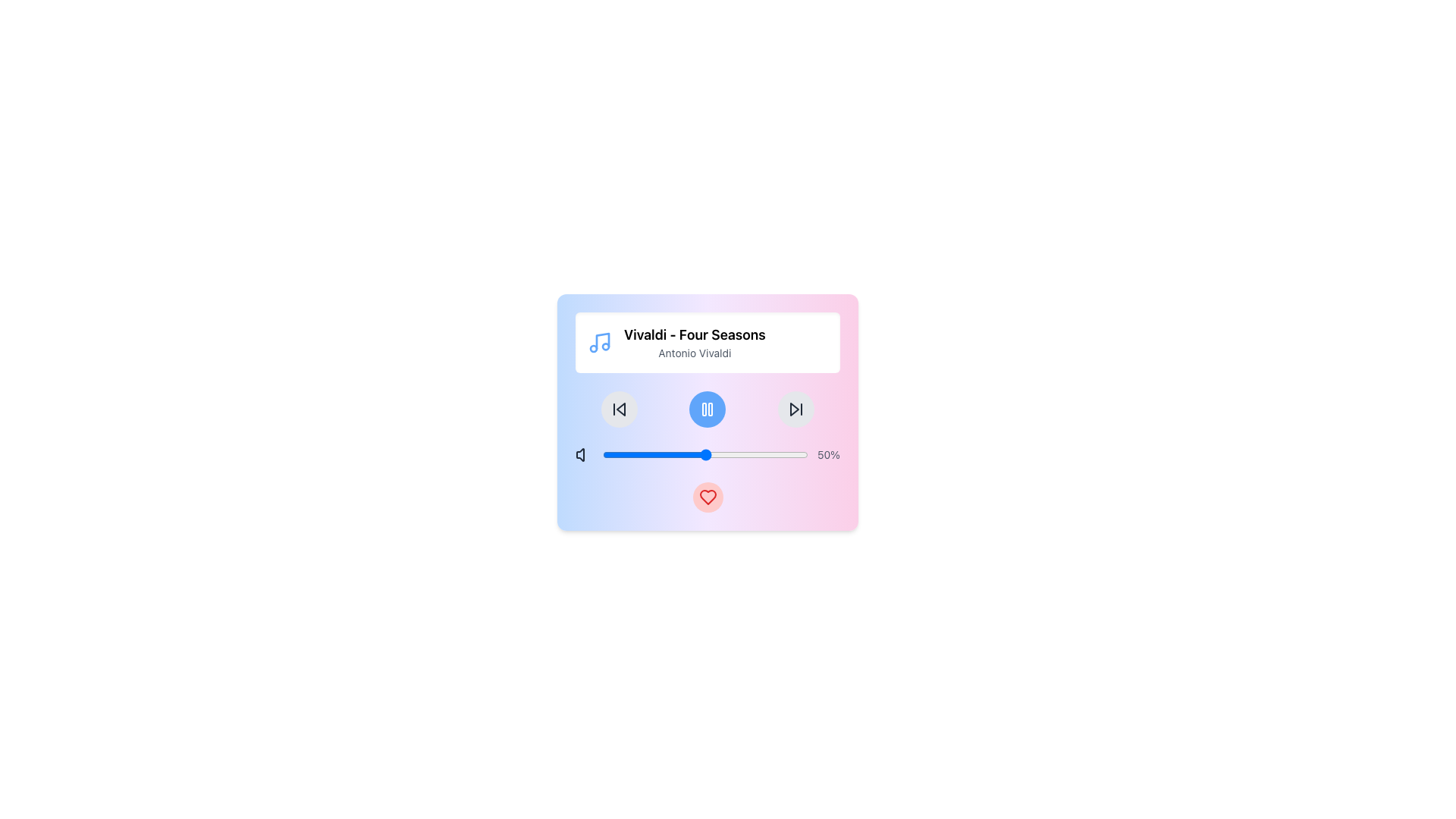 The height and width of the screenshot is (819, 1456). Describe the element at coordinates (579, 454) in the screenshot. I see `the speaker or volume control icon located in the bottom left portion of the music player interface` at that location.